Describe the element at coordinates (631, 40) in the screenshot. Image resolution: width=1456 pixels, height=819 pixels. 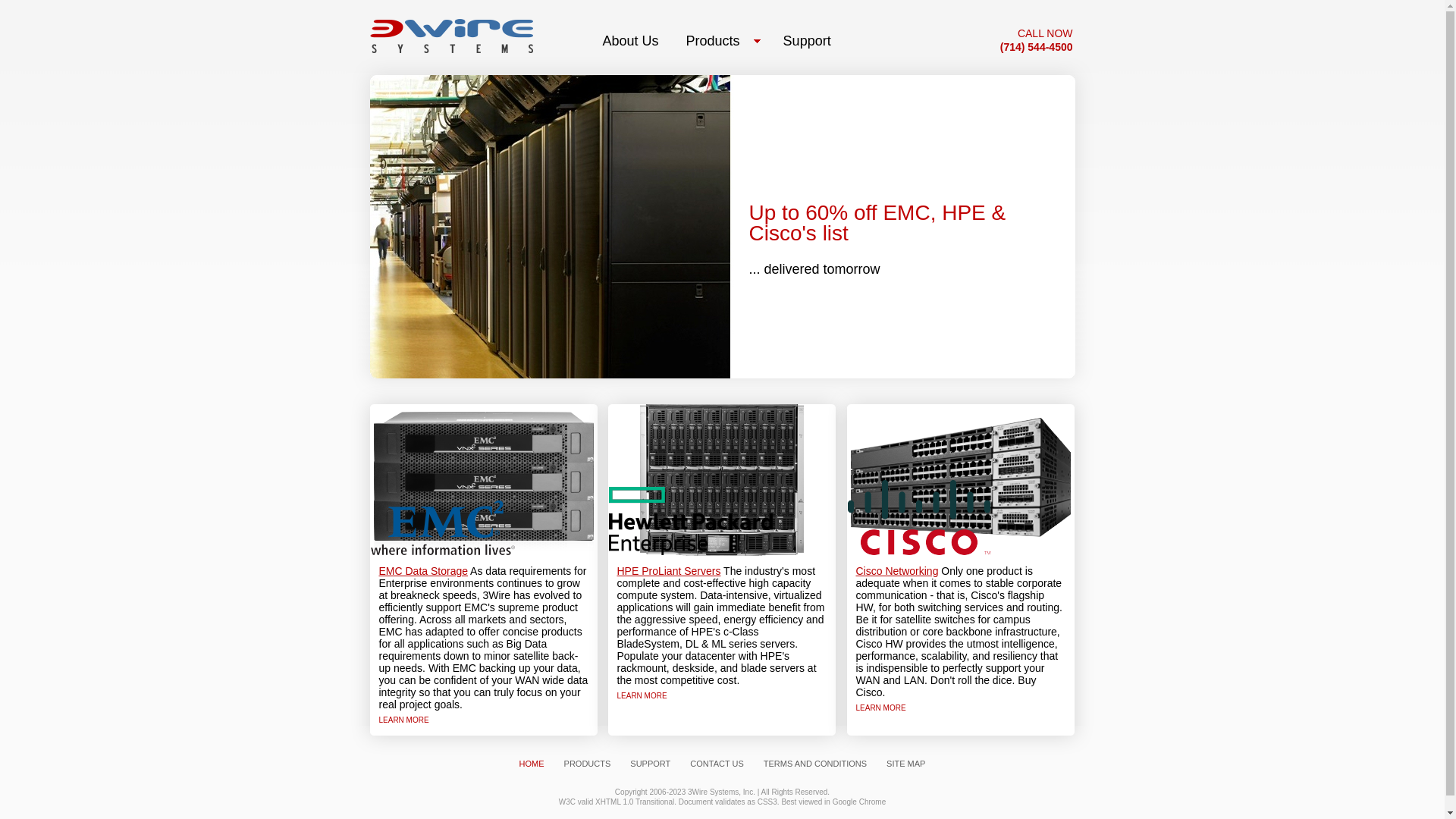
I see `' About Us '` at that location.